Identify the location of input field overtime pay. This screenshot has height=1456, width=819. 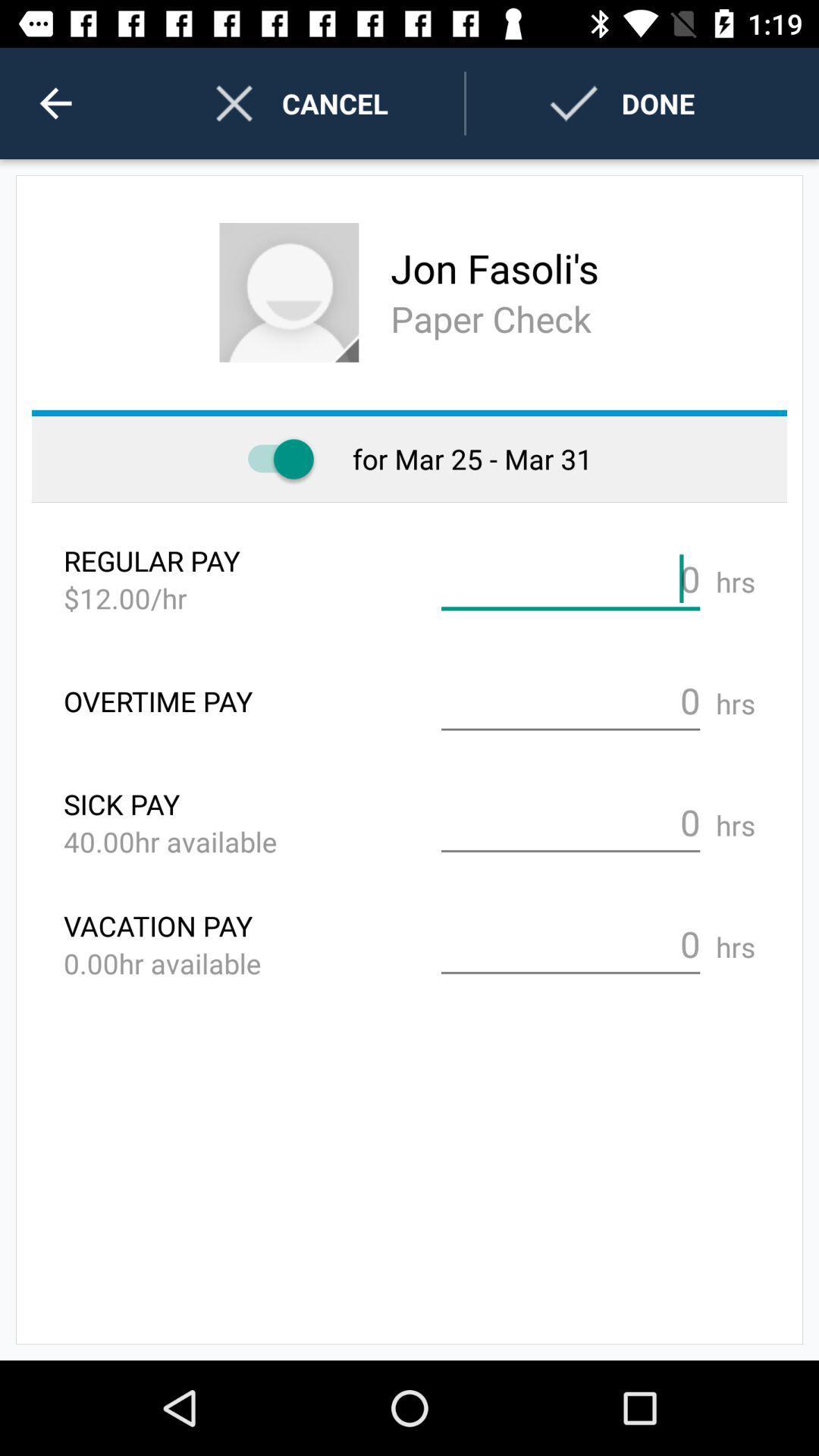
(570, 700).